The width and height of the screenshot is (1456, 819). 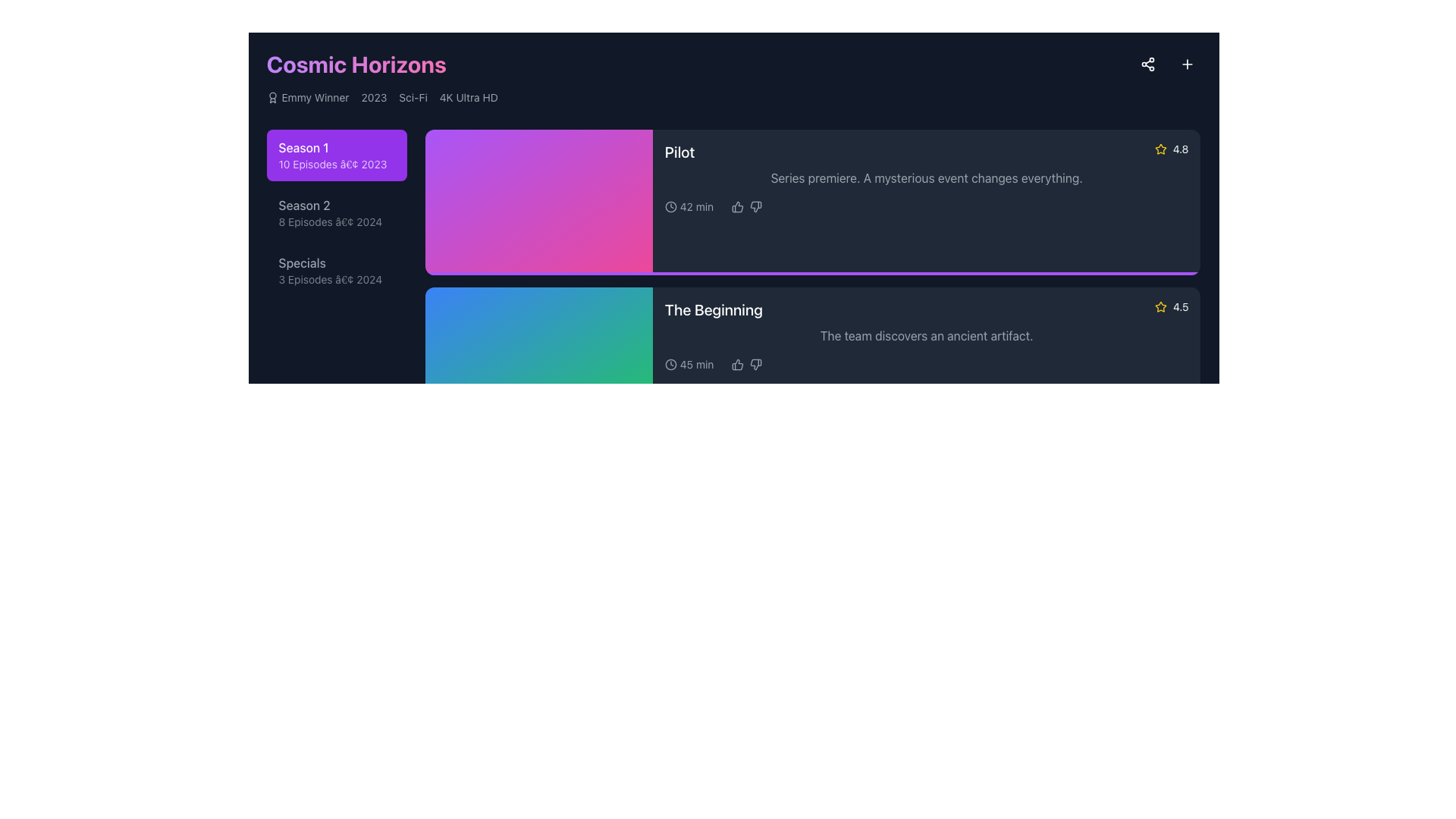 I want to click on the text label displaying '8 Episodes • 2024', which is styled with a small font size and reduced opacity, located below the 'Season 2' heading in a dark-themed interface, so click(x=336, y=222).